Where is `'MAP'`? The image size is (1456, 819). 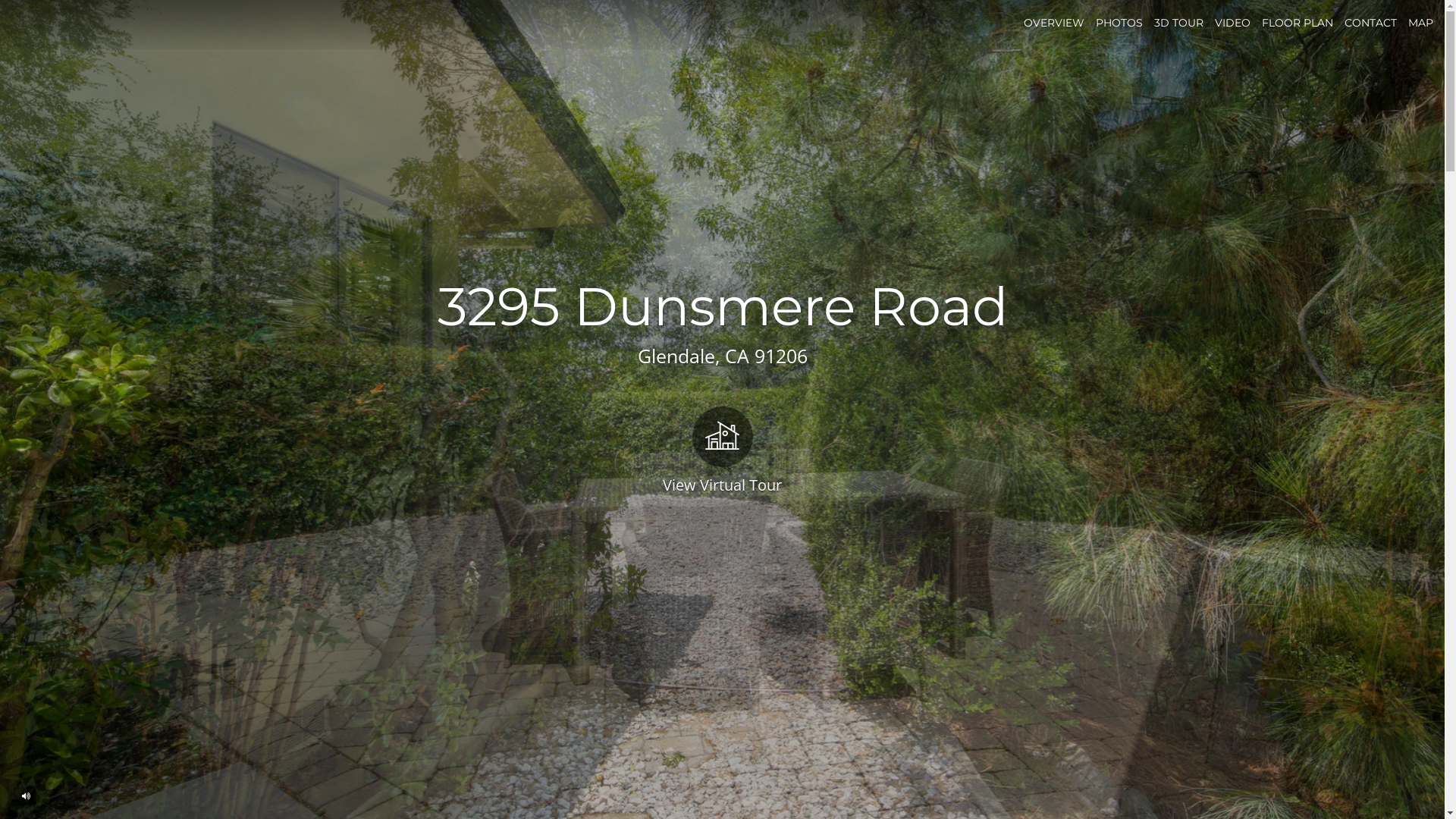
'MAP' is located at coordinates (1420, 23).